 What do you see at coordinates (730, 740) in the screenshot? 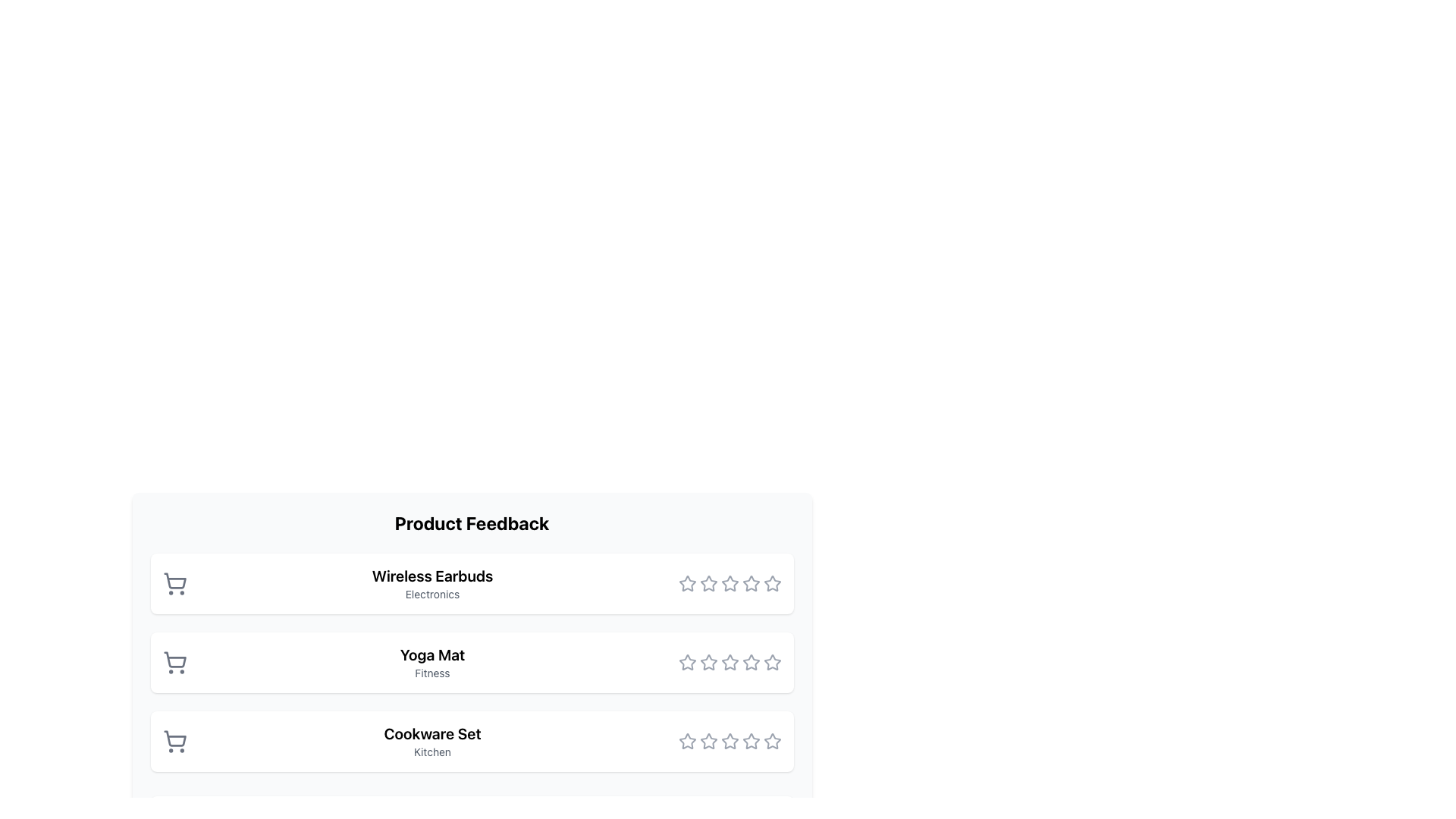
I see `the fifth star icon in the rating component for the 'Cookware Set' item` at bounding box center [730, 740].